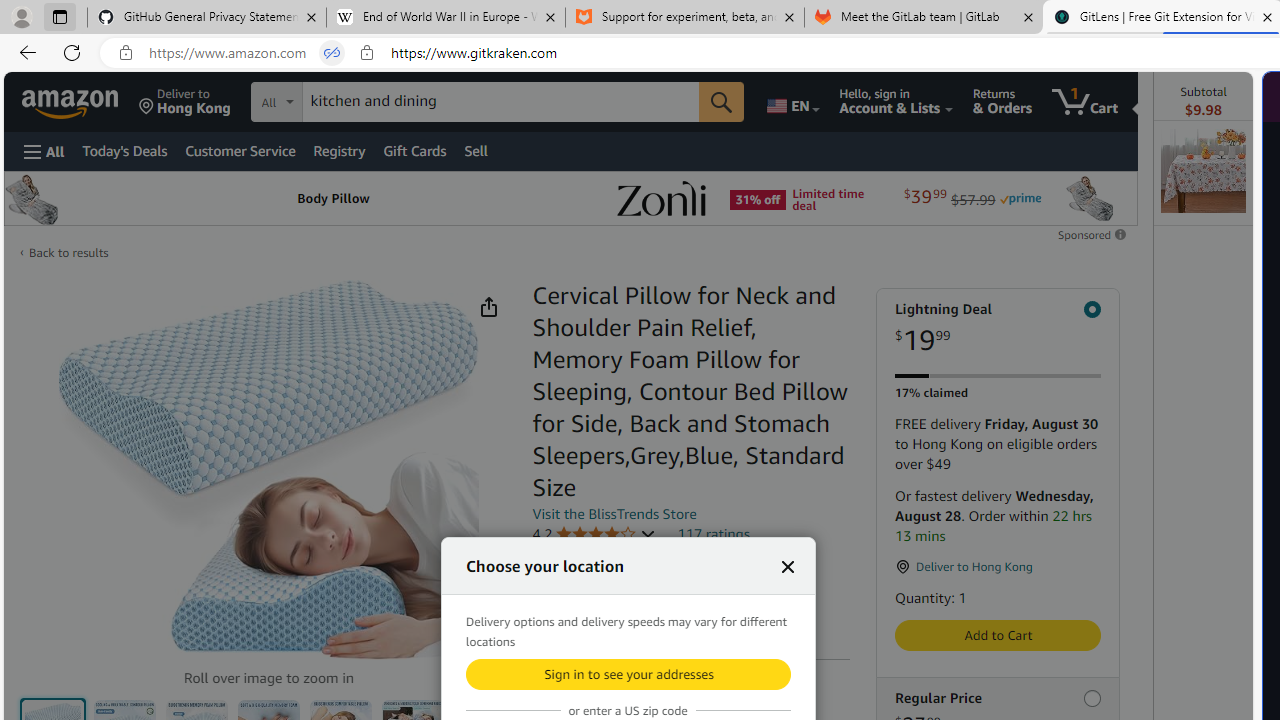  What do you see at coordinates (895, 101) in the screenshot?
I see `'Hello, sign in Account & Lists'` at bounding box center [895, 101].